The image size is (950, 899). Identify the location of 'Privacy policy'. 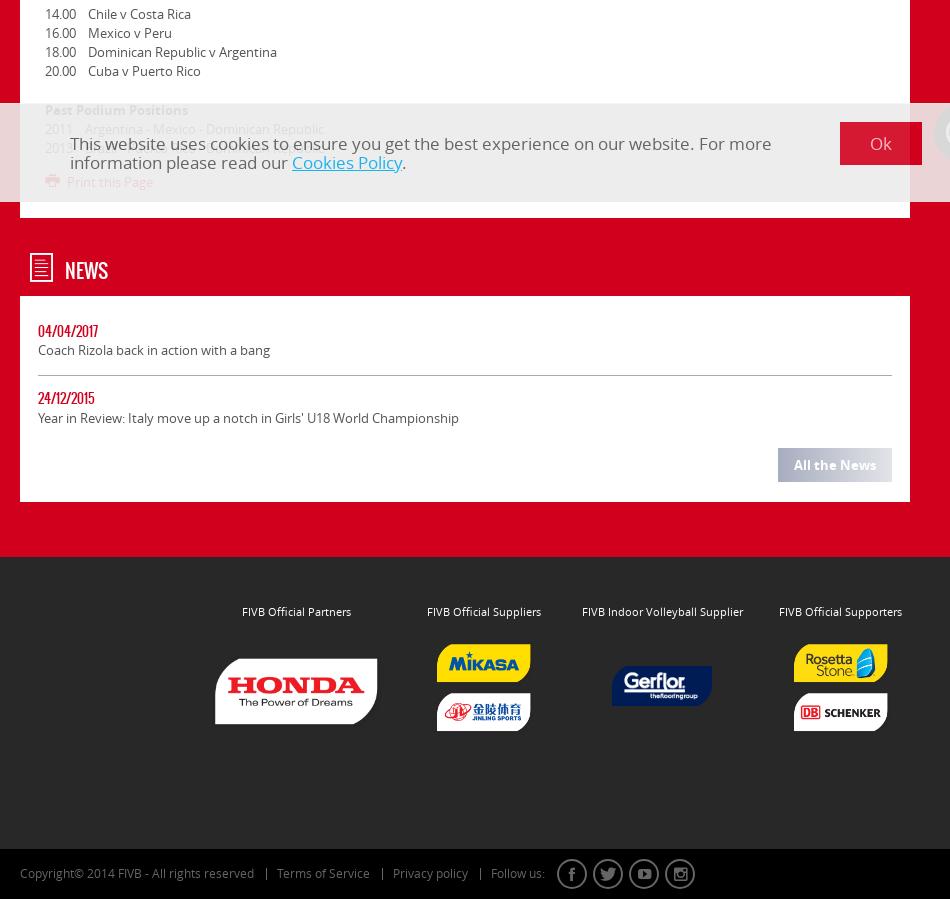
(429, 873).